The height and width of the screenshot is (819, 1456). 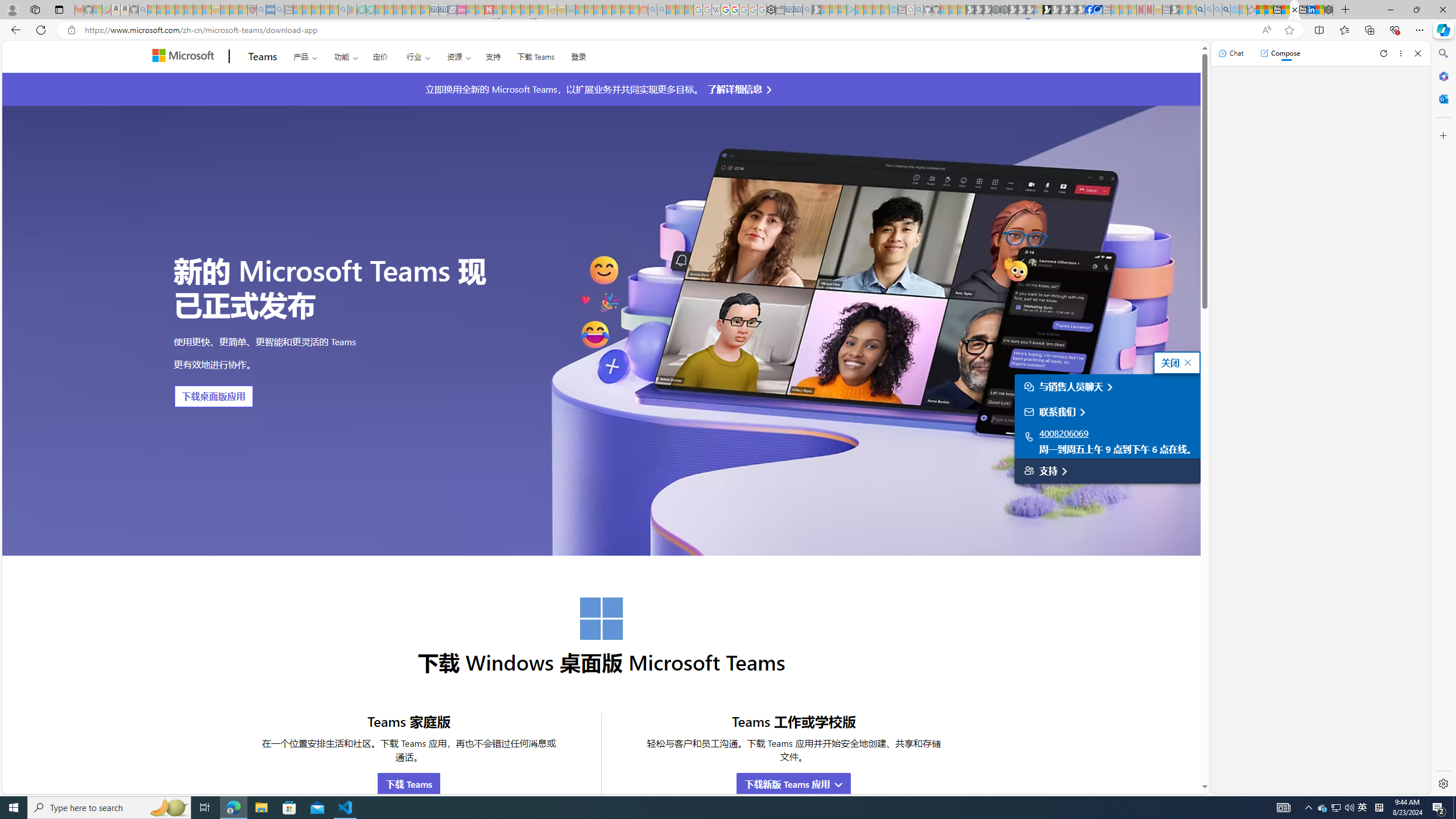 What do you see at coordinates (1268, 9) in the screenshot?
I see `'Aberdeen, Hong Kong SAR weather forecast | Microsoft Weather'` at bounding box center [1268, 9].